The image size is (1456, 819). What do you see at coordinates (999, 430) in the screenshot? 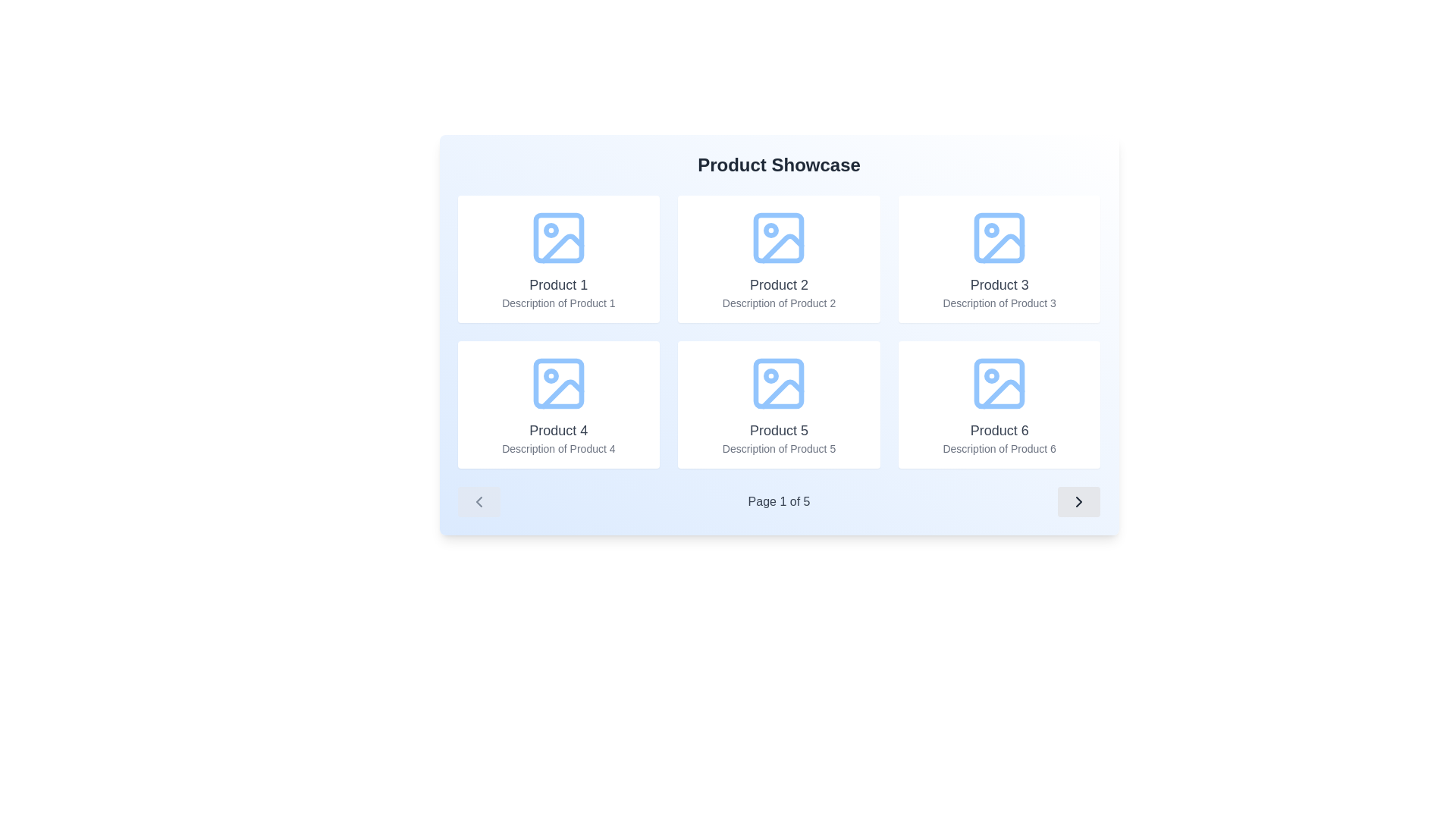
I see `text content of the title element displaying 'Product 6', which is styled in a medium font and located at the bottom of its card layout` at bounding box center [999, 430].